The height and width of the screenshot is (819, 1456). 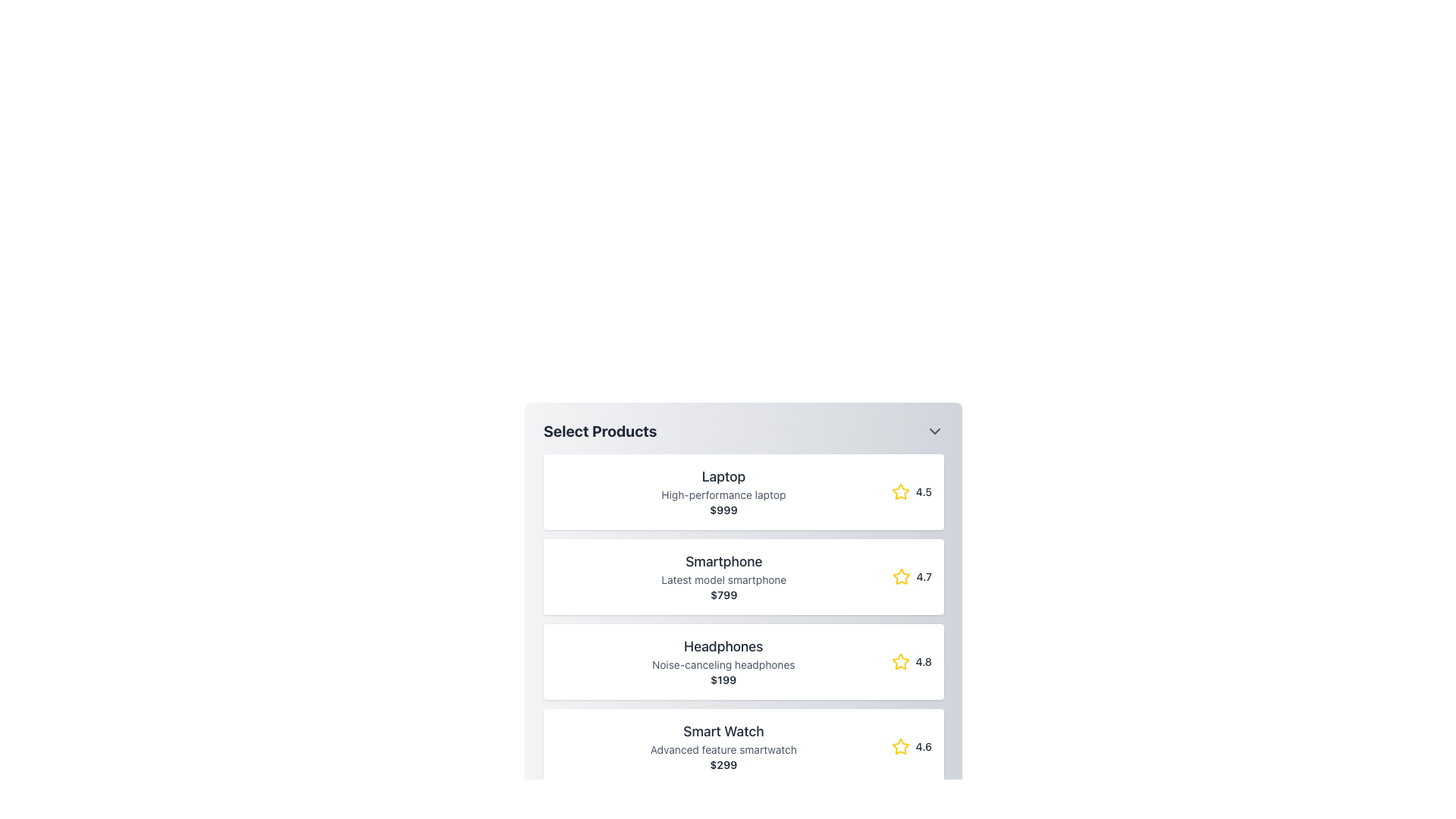 What do you see at coordinates (723, 679) in the screenshot?
I see `the price display element showing '$199' for the 'Headphones' product in the listing` at bounding box center [723, 679].